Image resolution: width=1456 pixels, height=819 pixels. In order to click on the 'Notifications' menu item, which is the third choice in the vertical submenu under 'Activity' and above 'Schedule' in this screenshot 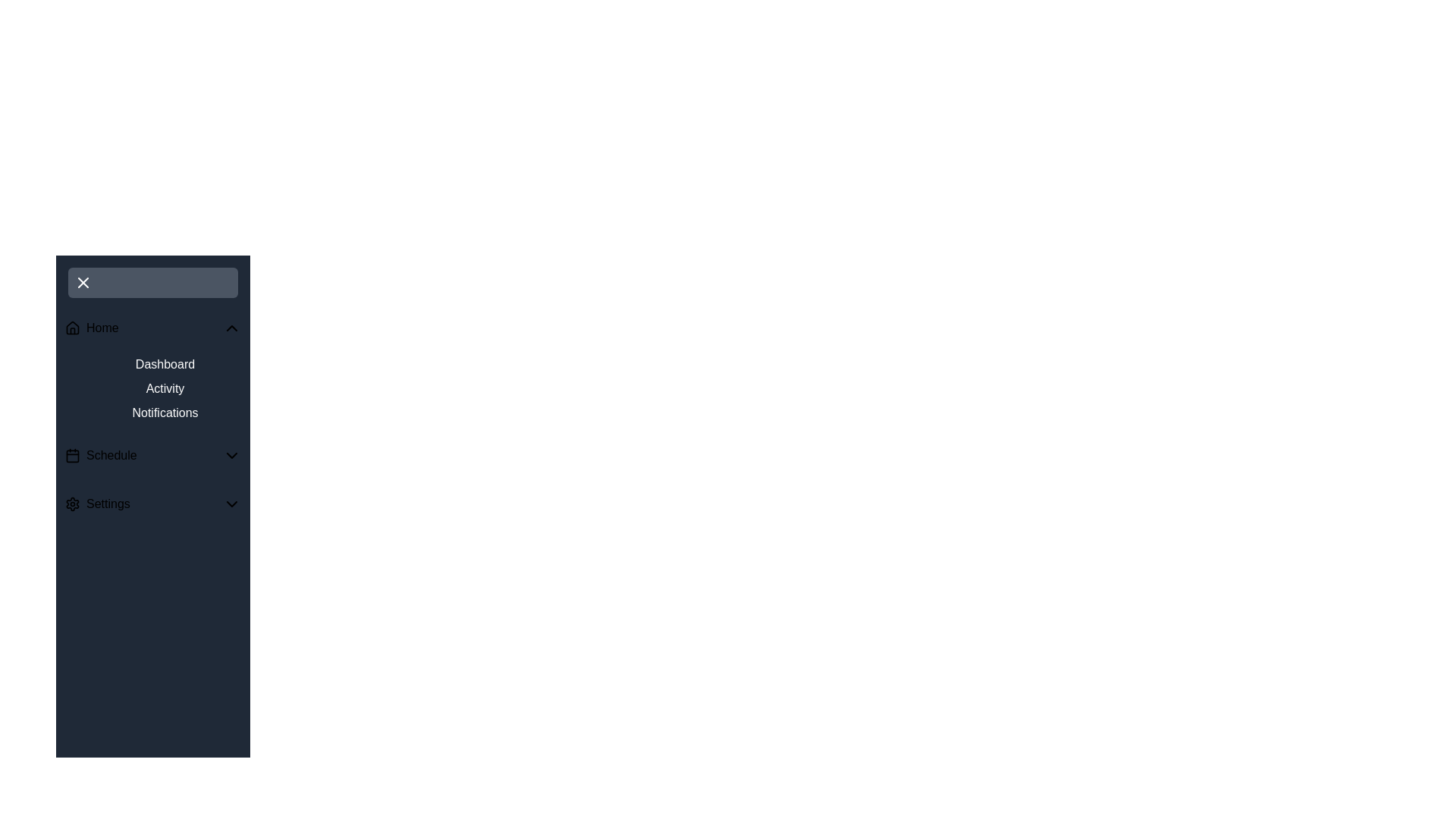, I will do `click(165, 413)`.